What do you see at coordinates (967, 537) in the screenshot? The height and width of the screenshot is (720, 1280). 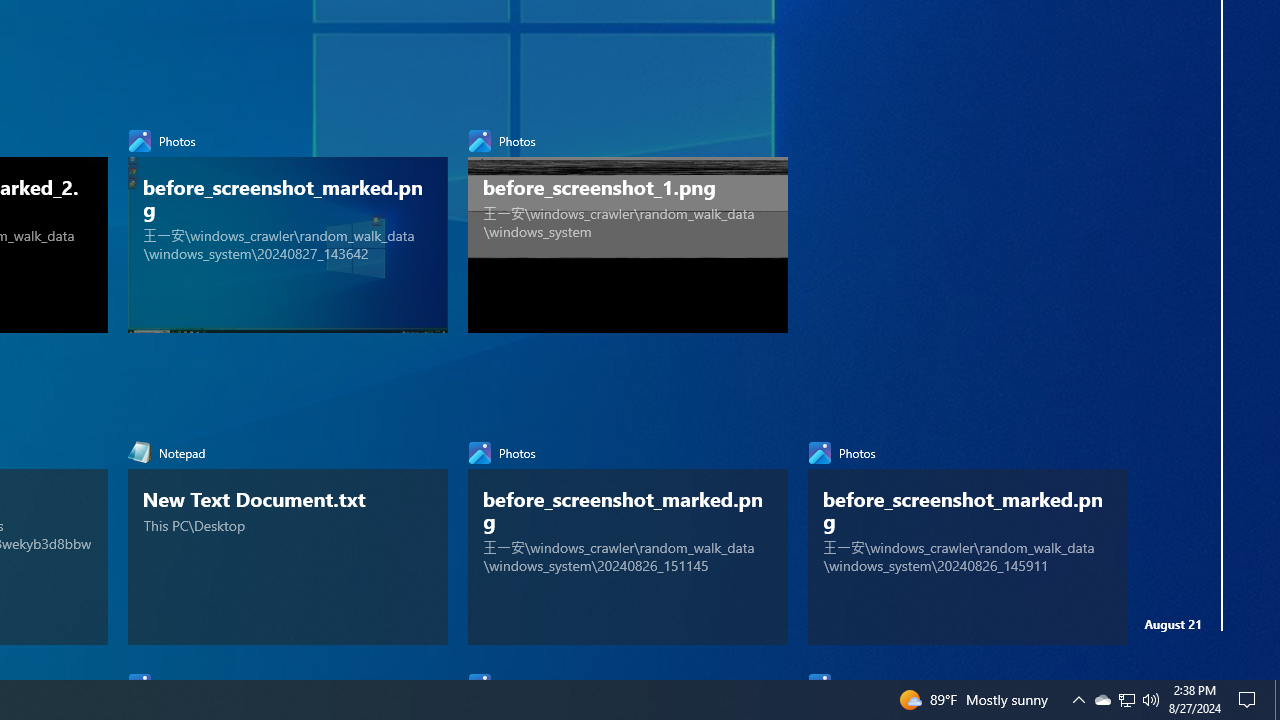 I see `'Photos, before_screenshot_marked.png'` at bounding box center [967, 537].